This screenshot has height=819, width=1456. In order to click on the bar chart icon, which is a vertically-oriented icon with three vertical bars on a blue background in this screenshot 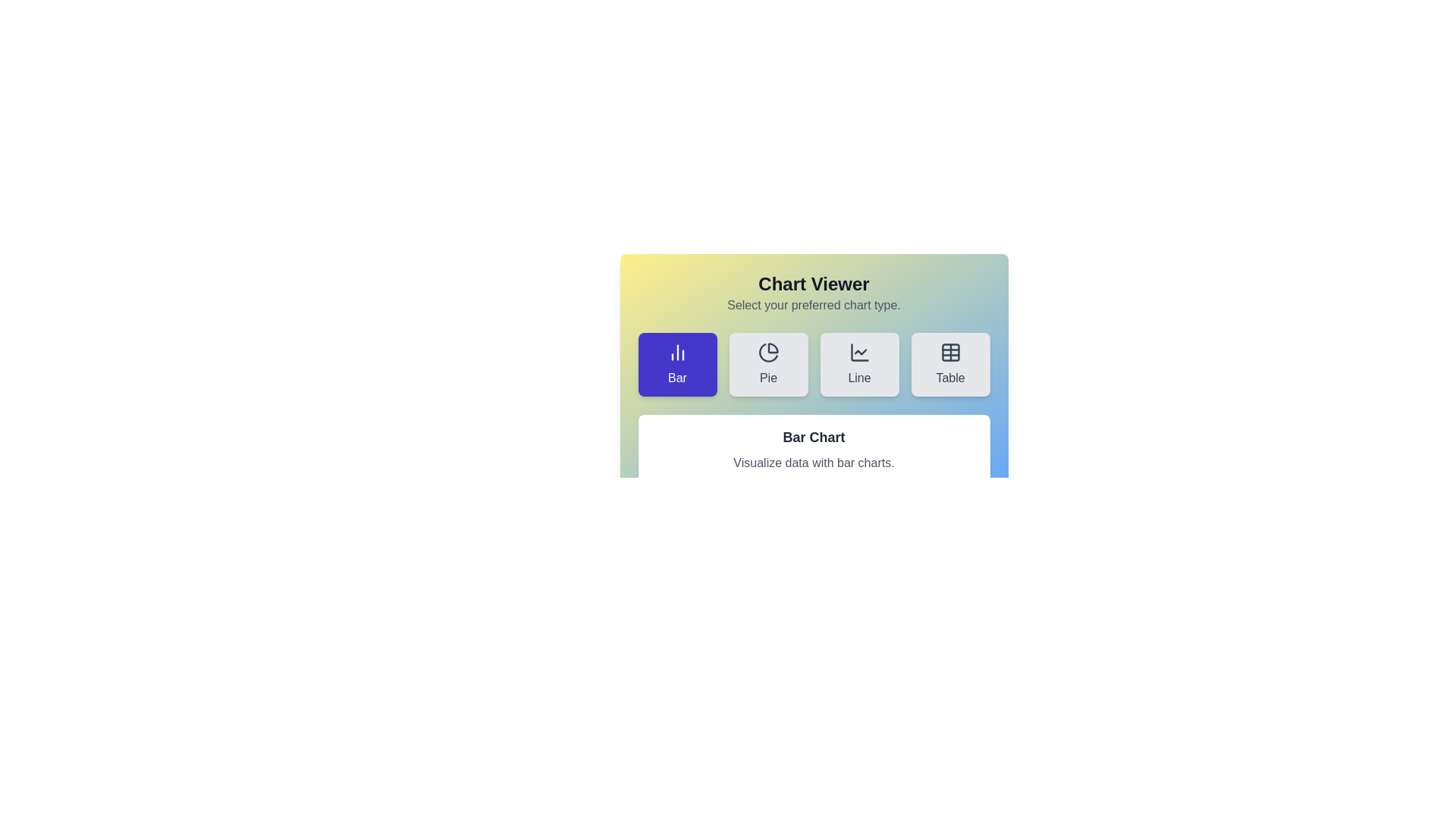, I will do `click(676, 353)`.